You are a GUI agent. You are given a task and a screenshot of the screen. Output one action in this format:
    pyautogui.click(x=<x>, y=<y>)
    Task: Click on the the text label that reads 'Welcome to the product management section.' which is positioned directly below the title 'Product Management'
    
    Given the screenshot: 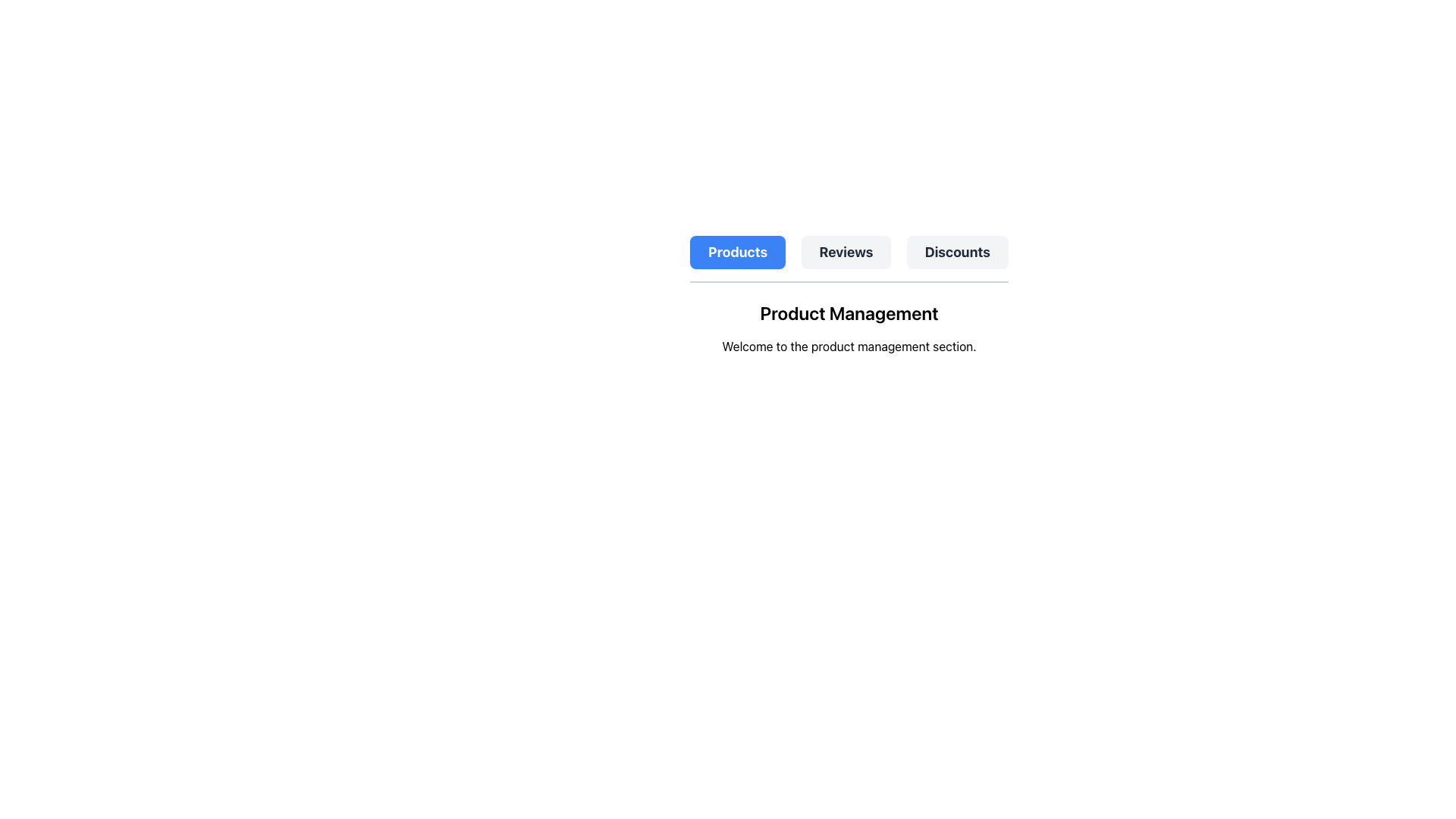 What is the action you would take?
    pyautogui.click(x=848, y=346)
    